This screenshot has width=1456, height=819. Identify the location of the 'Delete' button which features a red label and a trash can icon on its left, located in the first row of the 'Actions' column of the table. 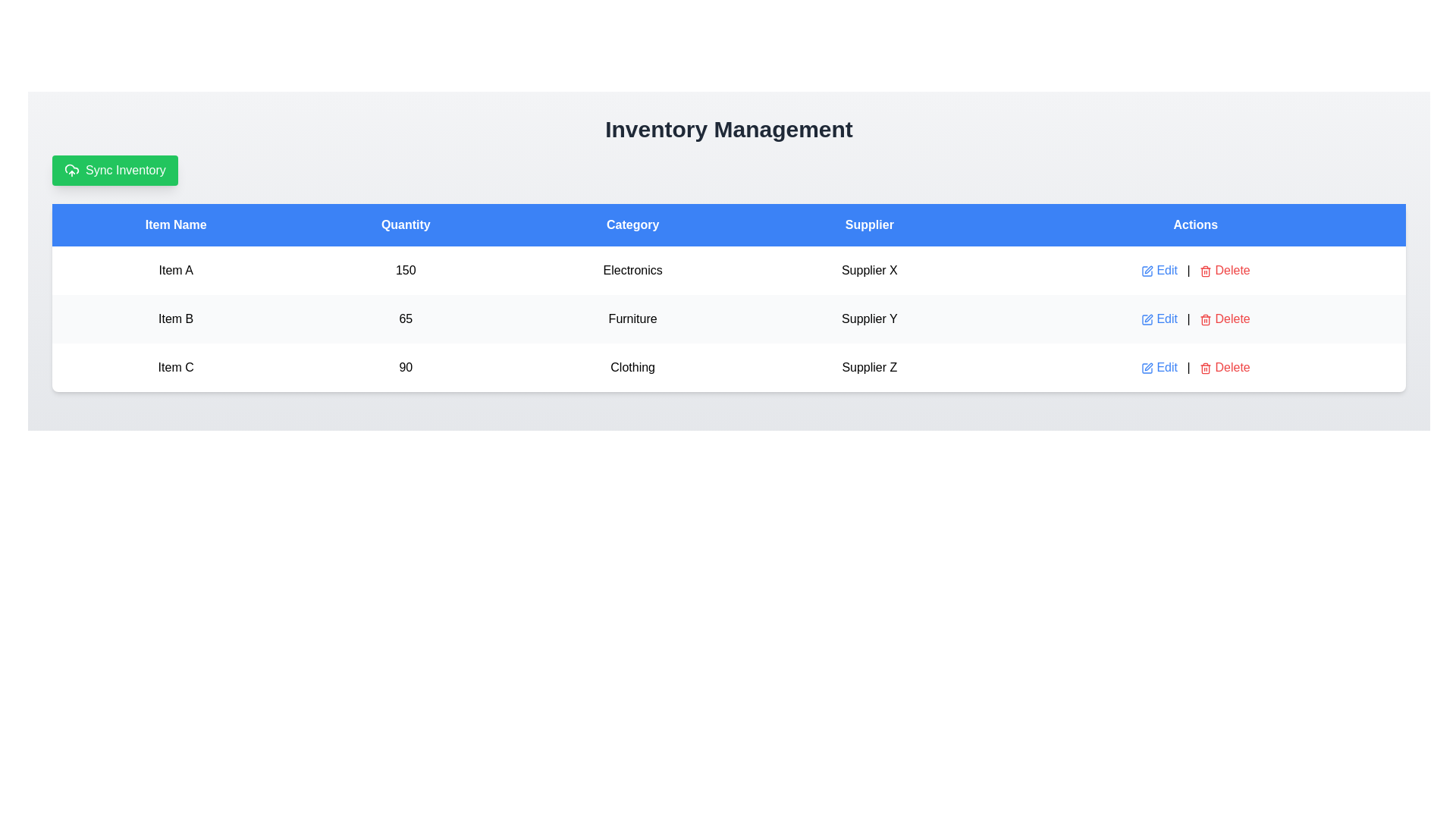
(1225, 270).